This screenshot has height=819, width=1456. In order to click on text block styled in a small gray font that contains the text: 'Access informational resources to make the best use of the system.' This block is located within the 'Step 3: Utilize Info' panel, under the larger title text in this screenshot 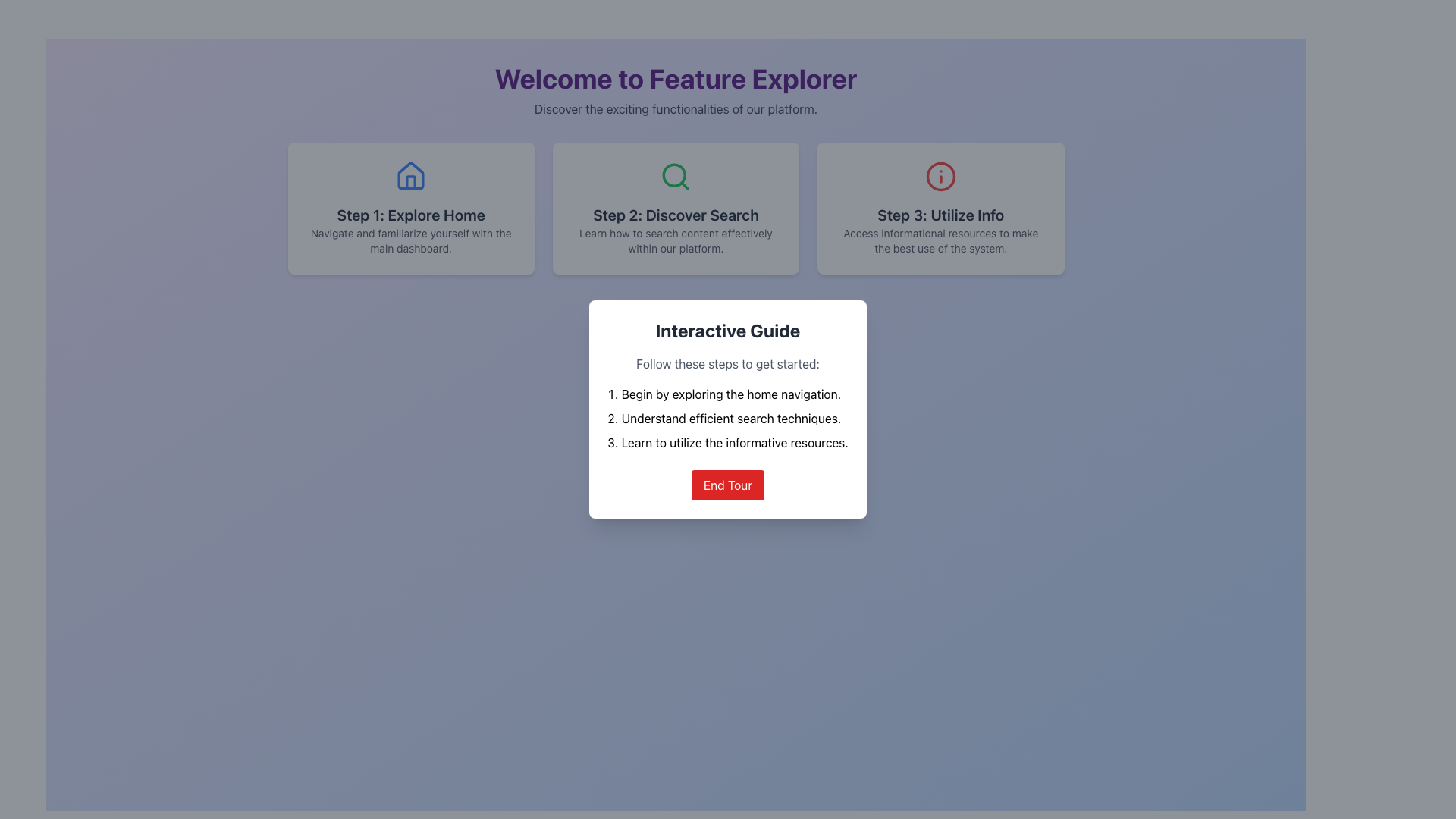, I will do `click(940, 240)`.